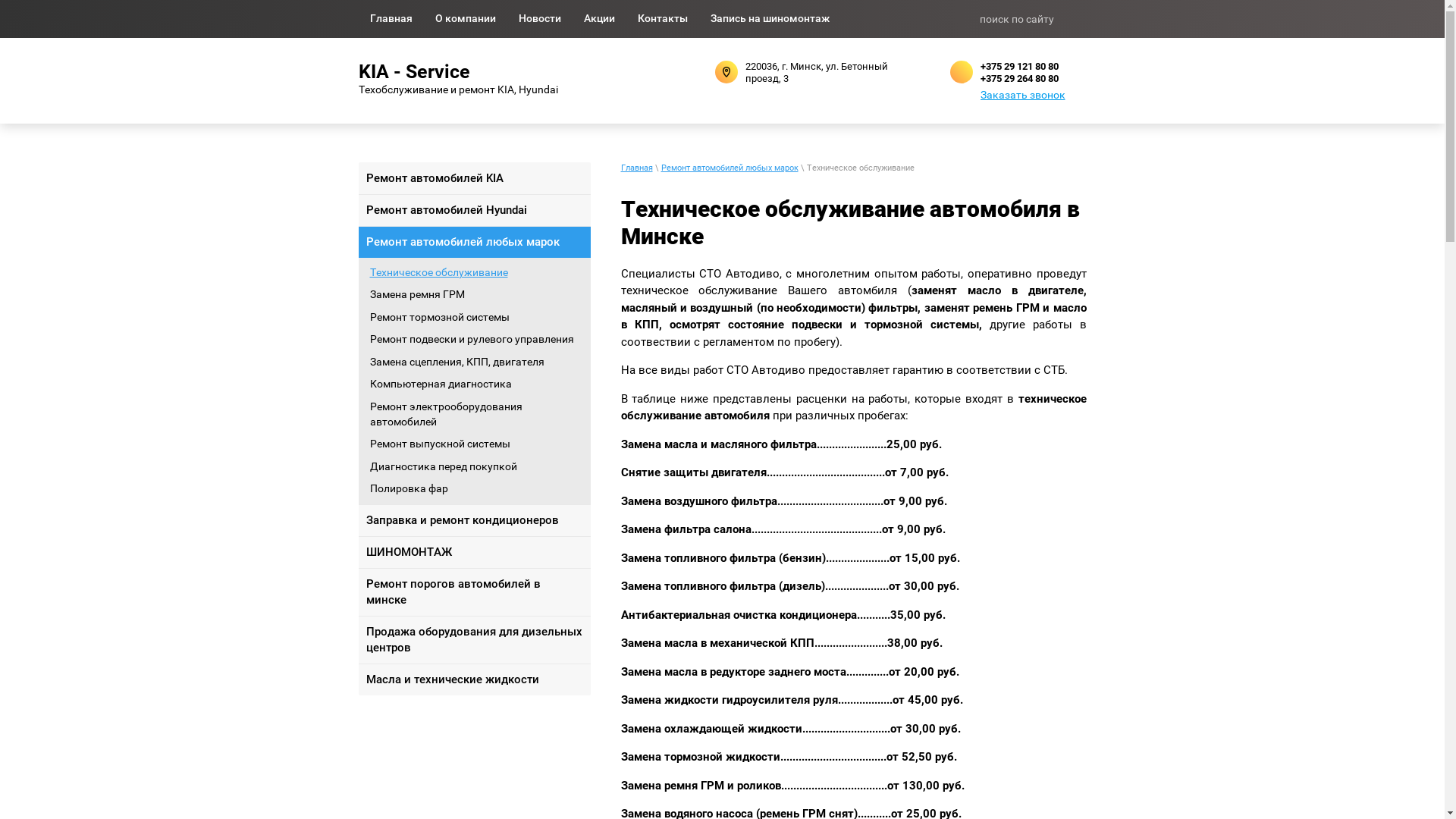 The height and width of the screenshot is (819, 1456). What do you see at coordinates (1018, 65) in the screenshot?
I see `'+375 29 121 80 80'` at bounding box center [1018, 65].